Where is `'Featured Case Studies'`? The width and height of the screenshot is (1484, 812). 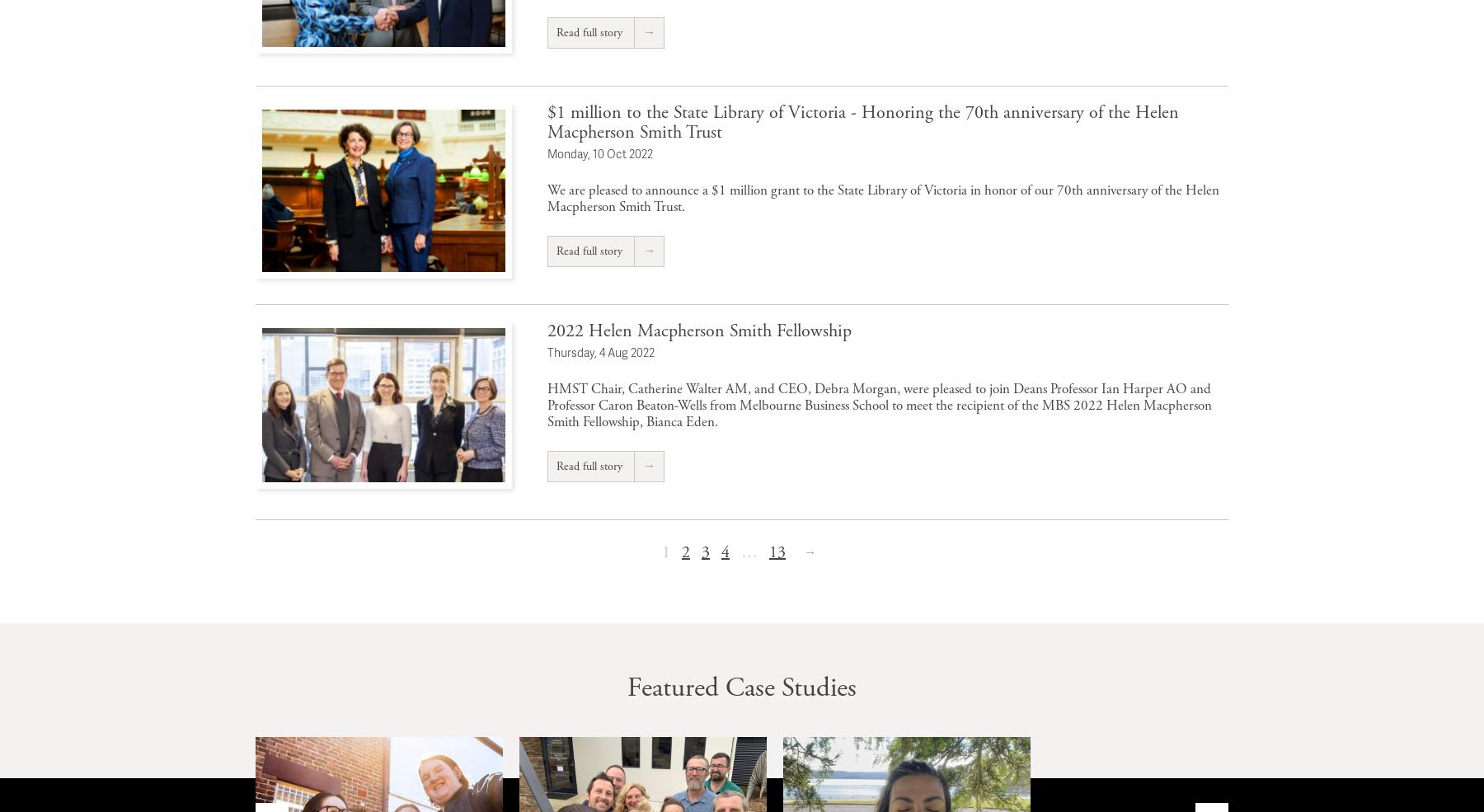 'Featured Case Studies' is located at coordinates (742, 686).